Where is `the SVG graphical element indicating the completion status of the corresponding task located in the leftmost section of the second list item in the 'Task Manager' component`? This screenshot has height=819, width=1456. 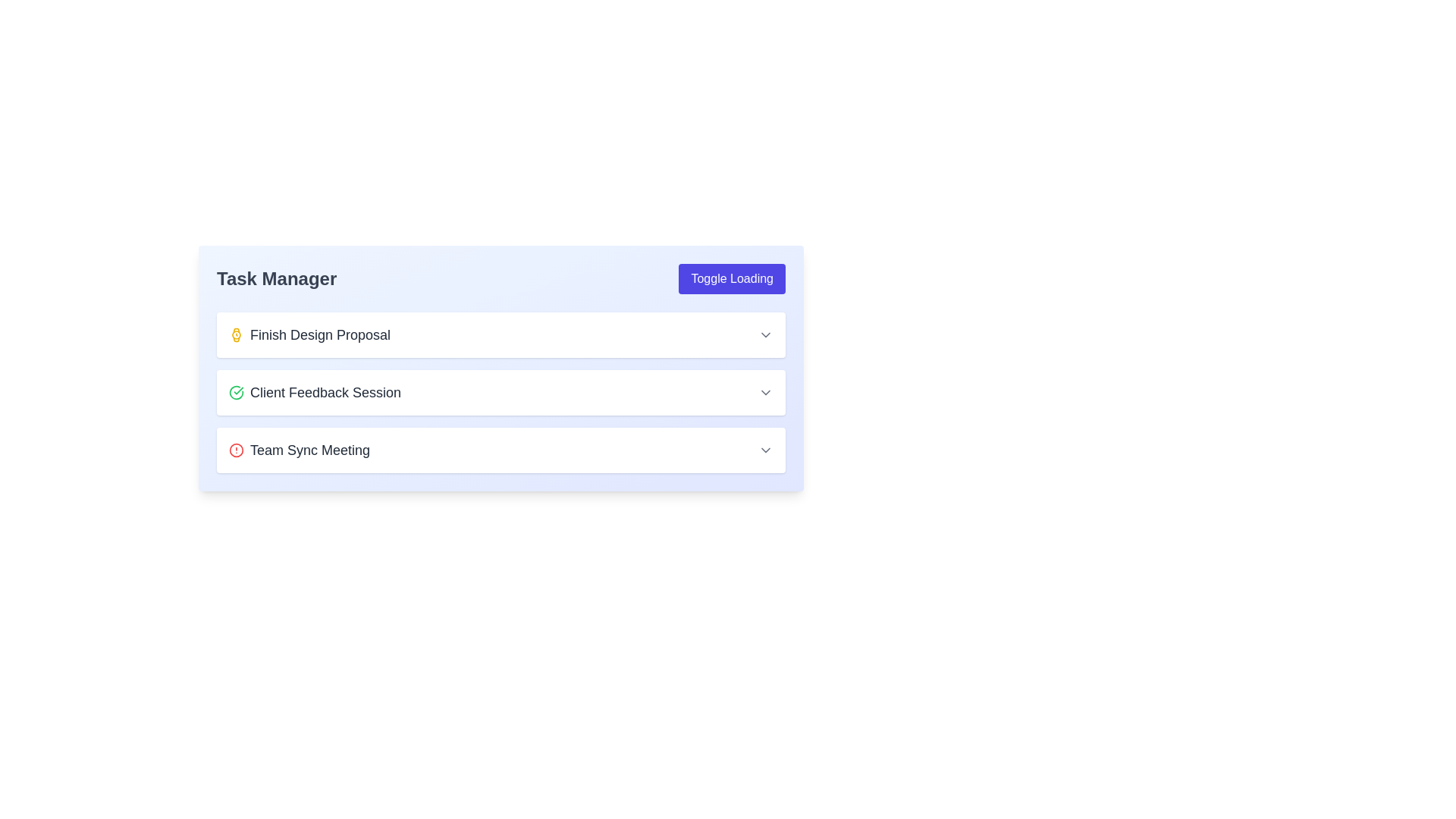
the SVG graphical element indicating the completion status of the corresponding task located in the leftmost section of the second list item in the 'Task Manager' component is located at coordinates (236, 391).